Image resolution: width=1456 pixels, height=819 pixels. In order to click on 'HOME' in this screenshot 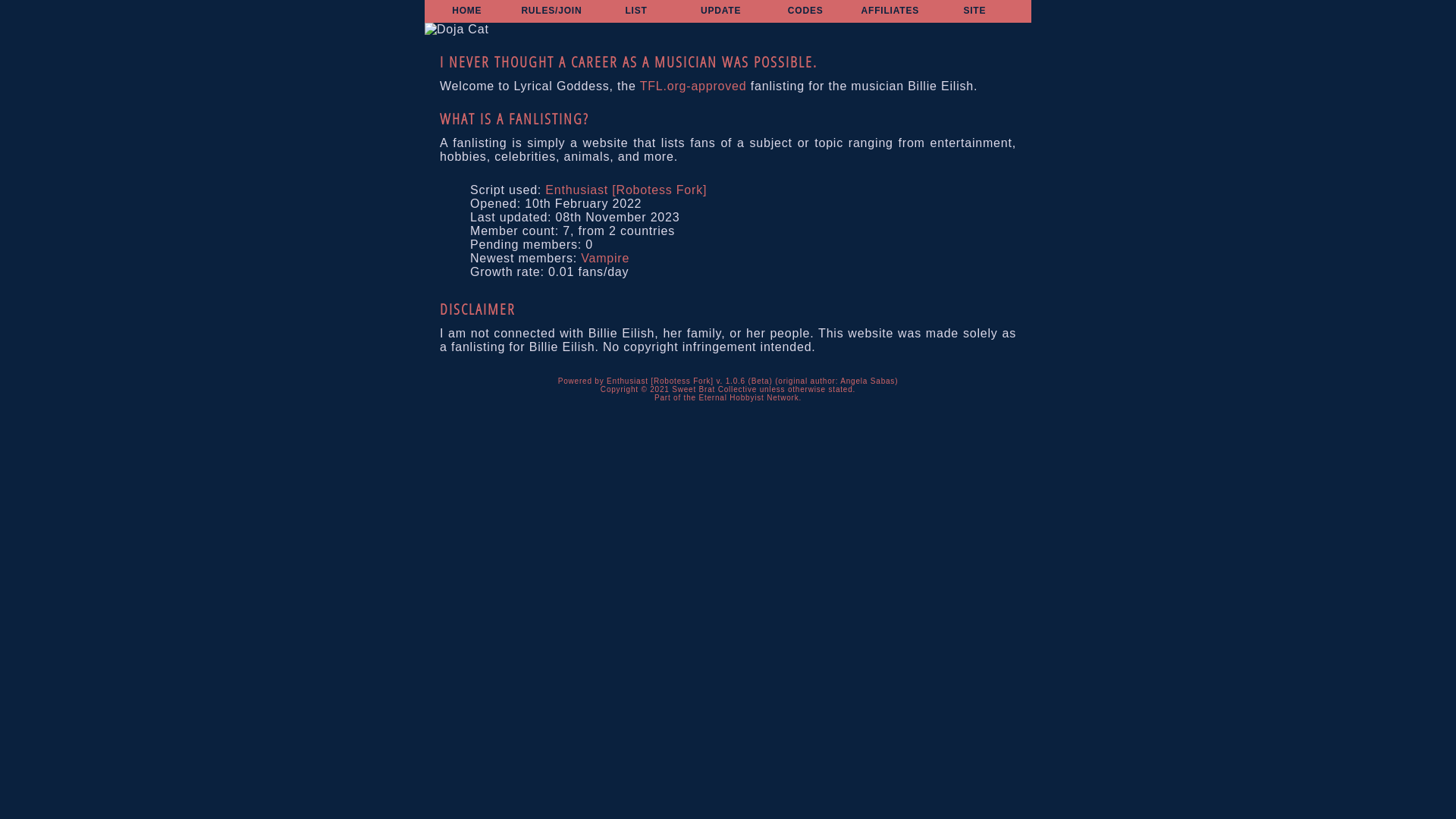, I will do `click(466, 11)`.